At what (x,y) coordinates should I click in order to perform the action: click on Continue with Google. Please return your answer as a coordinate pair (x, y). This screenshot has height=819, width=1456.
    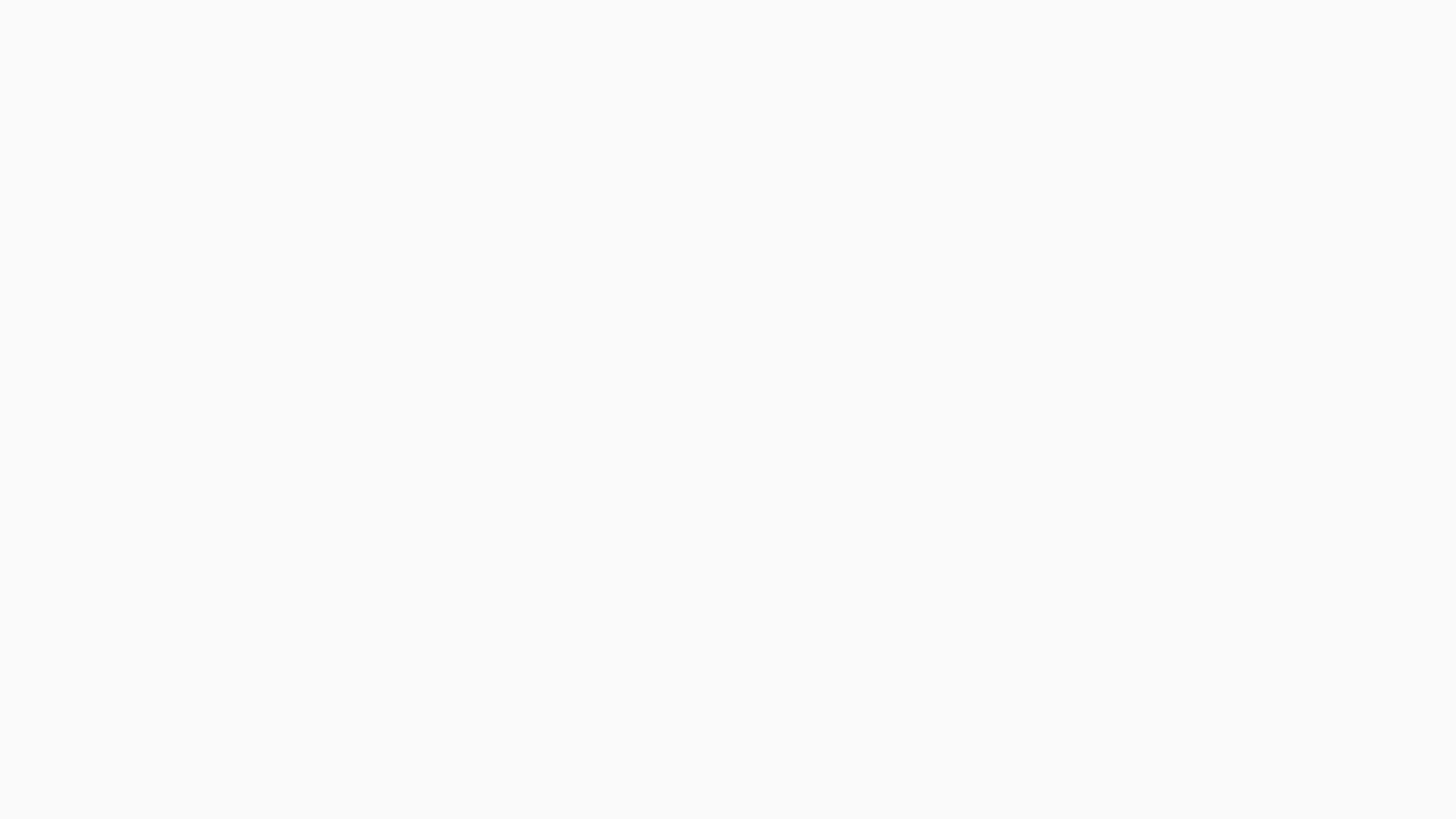
    Looking at the image, I should click on (234, 488).